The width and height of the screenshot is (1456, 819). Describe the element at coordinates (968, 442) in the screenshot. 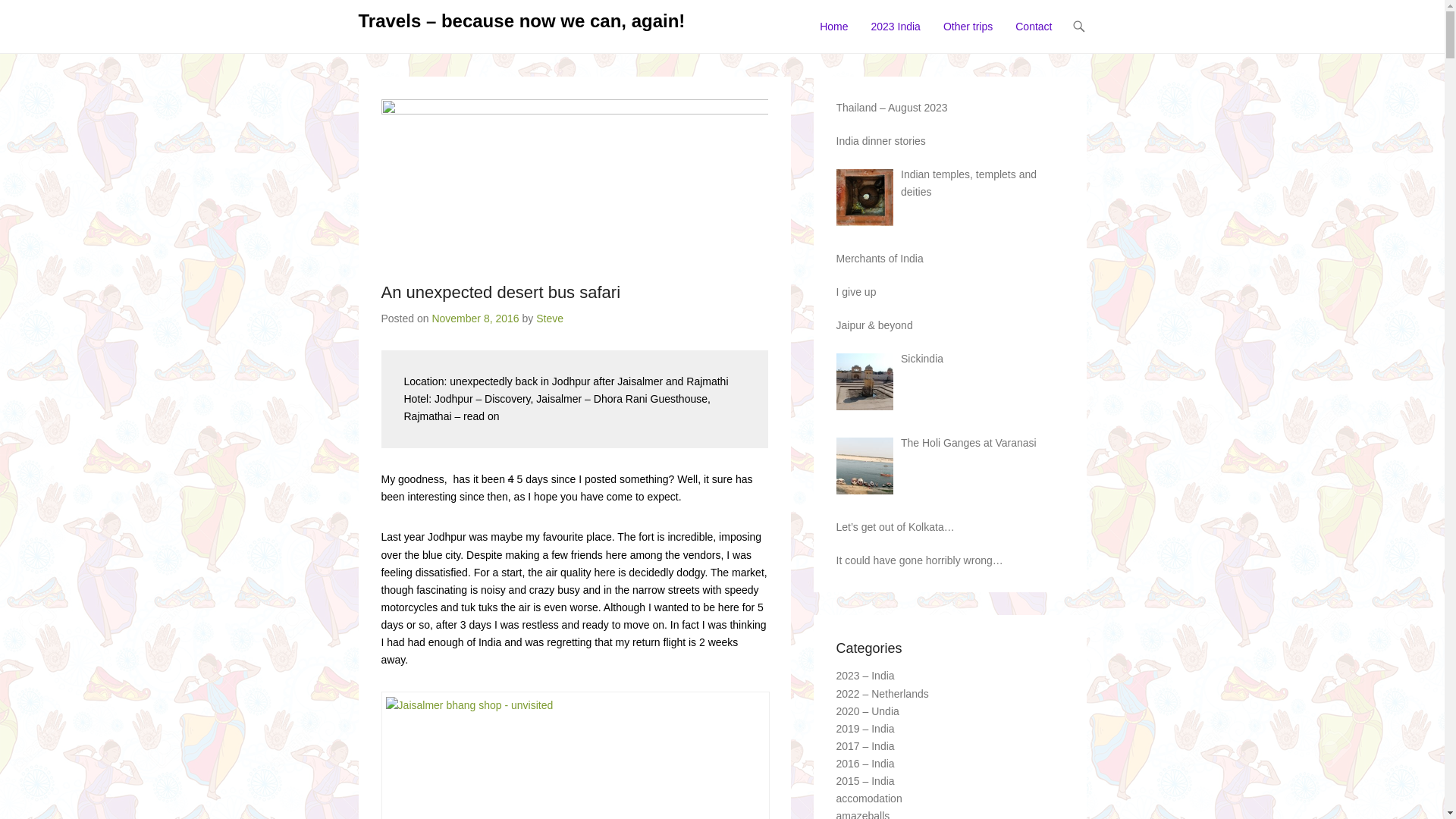

I see `'The Holi Ganges at Varanasi'` at that location.